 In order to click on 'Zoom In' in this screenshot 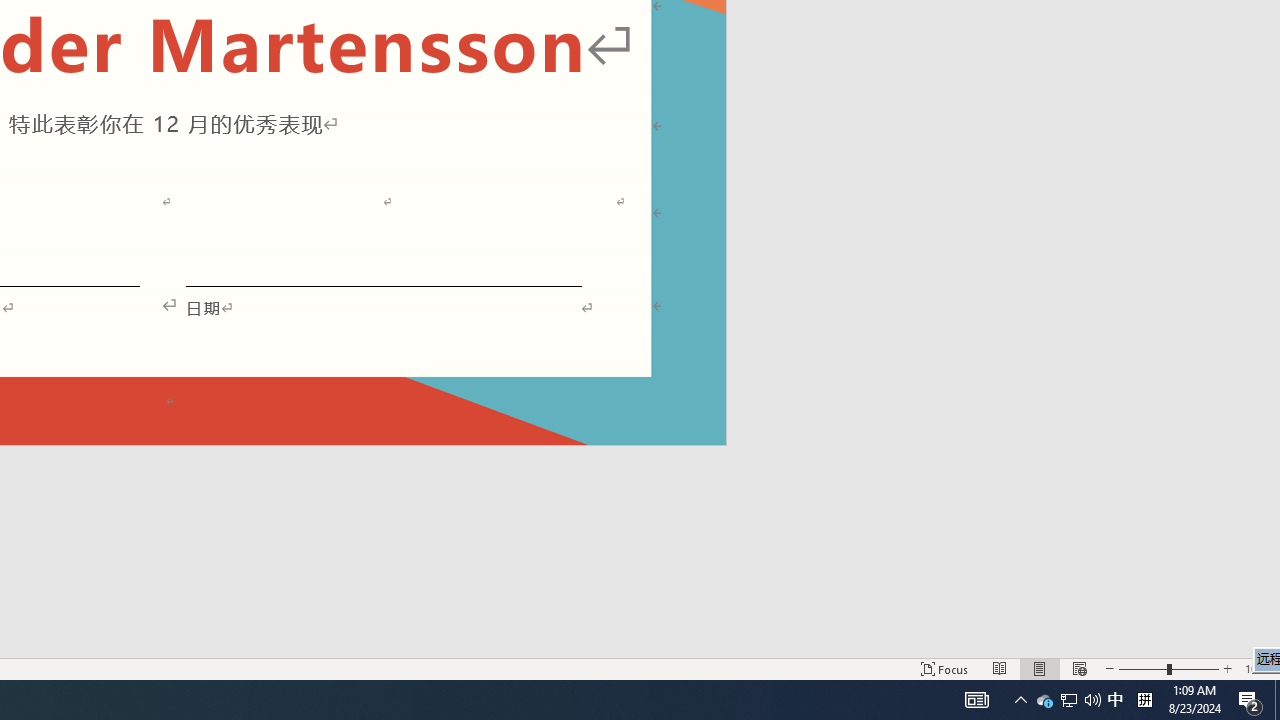, I will do `click(1226, 669)`.